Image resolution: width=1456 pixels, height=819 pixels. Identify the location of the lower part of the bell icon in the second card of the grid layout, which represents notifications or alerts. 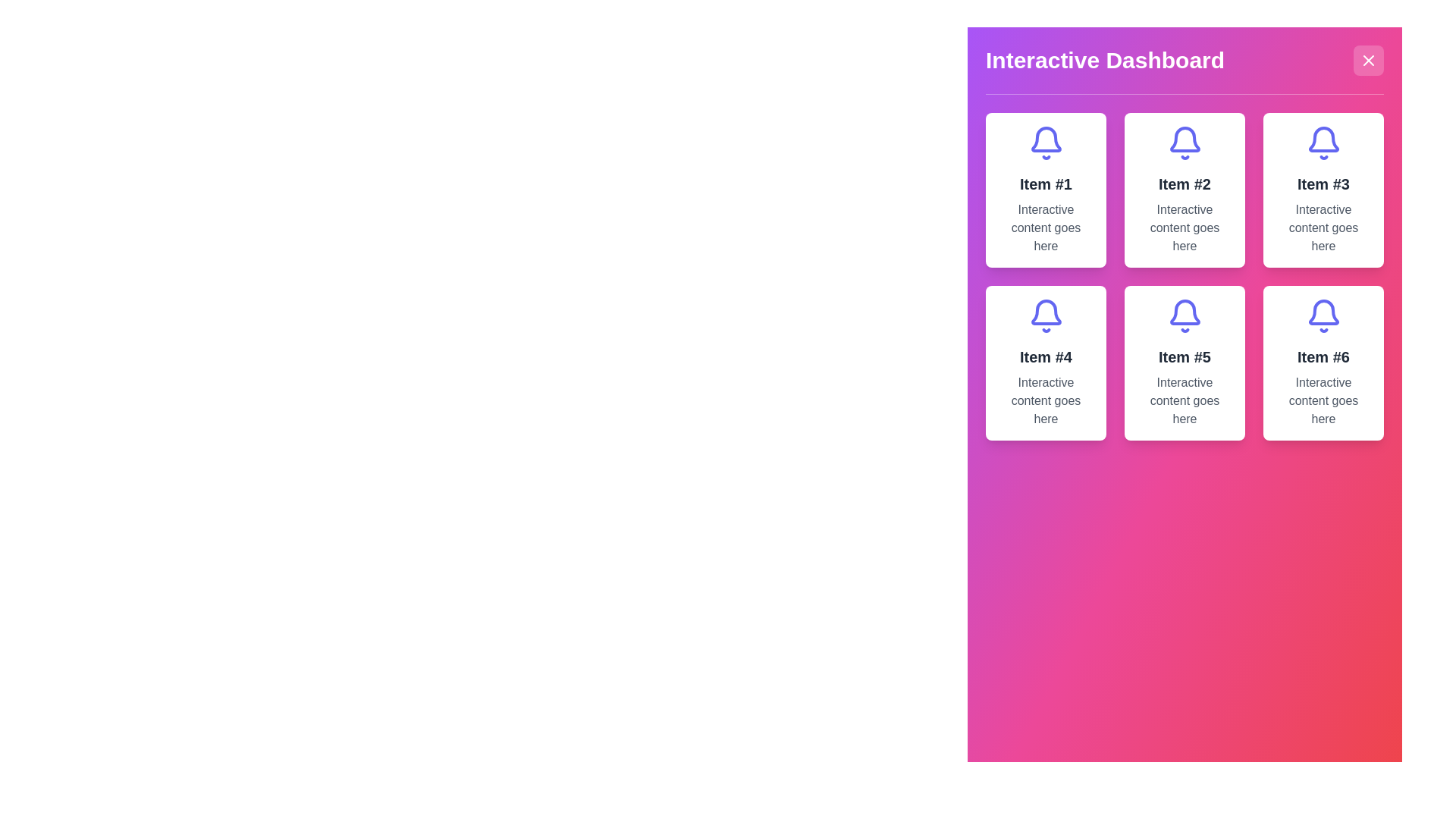
(1184, 140).